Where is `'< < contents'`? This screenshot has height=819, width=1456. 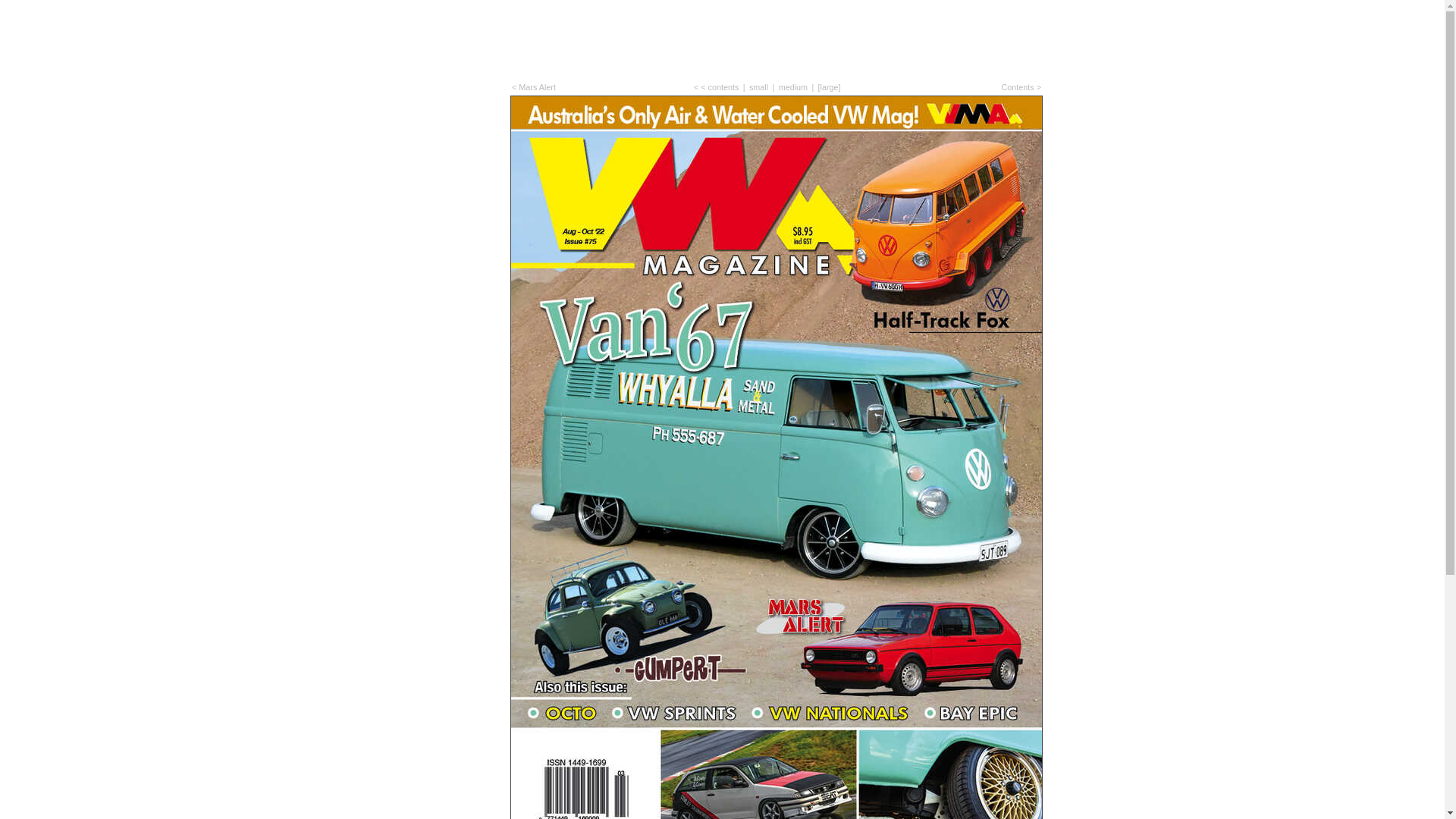
'< < contents' is located at coordinates (715, 87).